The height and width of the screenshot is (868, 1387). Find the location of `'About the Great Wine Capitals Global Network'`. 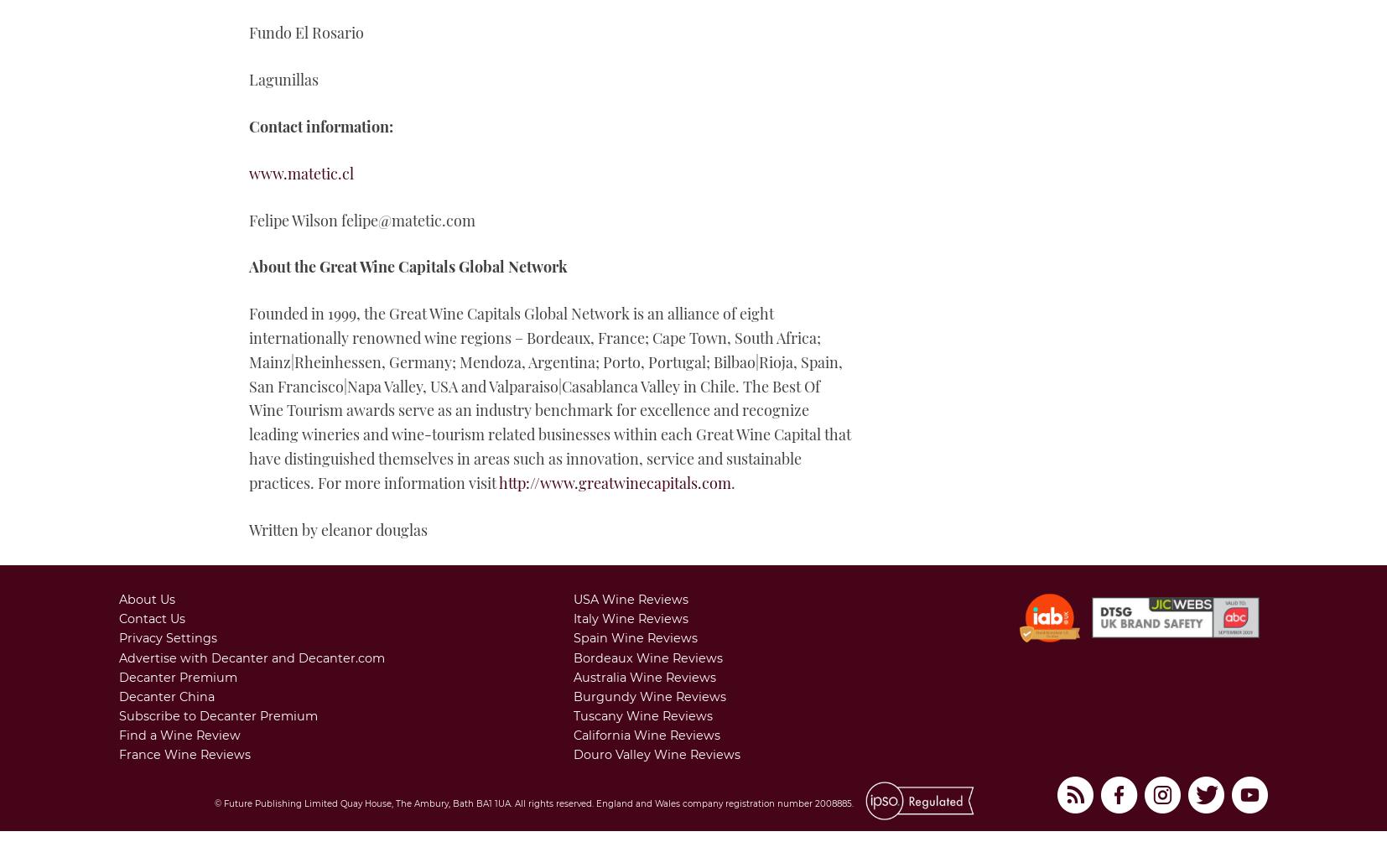

'About the Great Wine Capitals Global Network' is located at coordinates (408, 266).